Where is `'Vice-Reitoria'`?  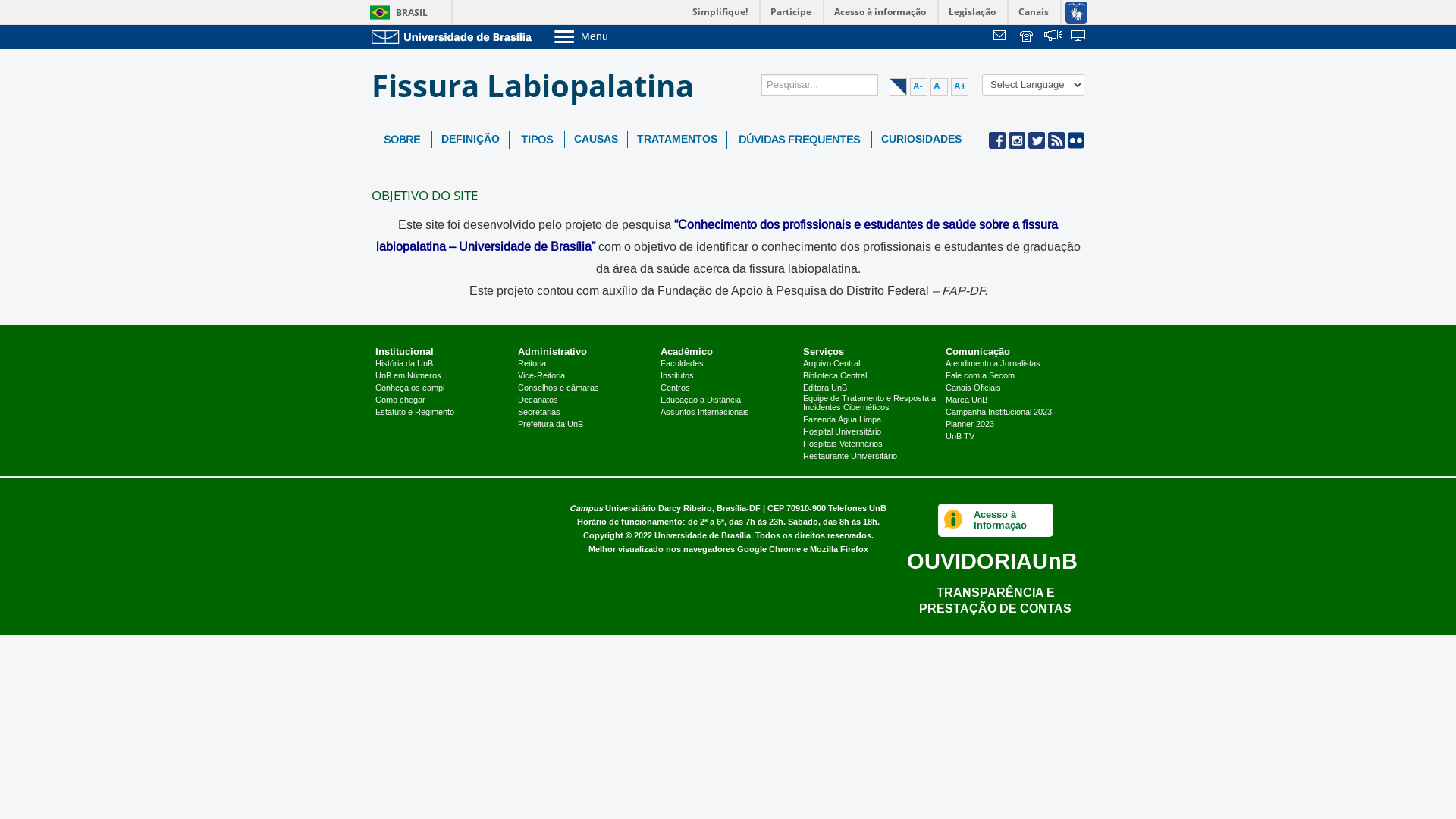 'Vice-Reitoria' is located at coordinates (541, 375).